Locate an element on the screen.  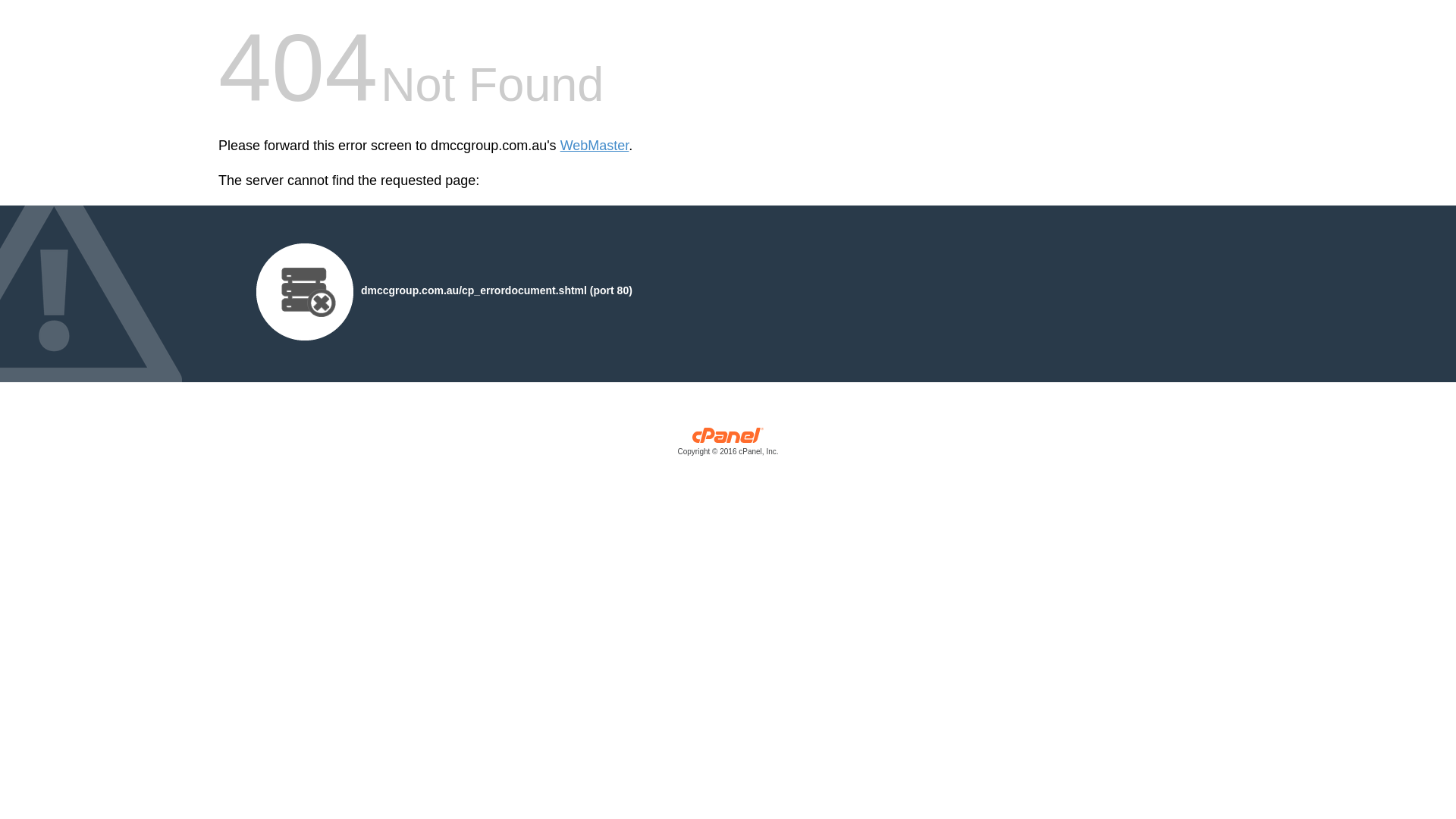
'WebMaster' is located at coordinates (560, 146).